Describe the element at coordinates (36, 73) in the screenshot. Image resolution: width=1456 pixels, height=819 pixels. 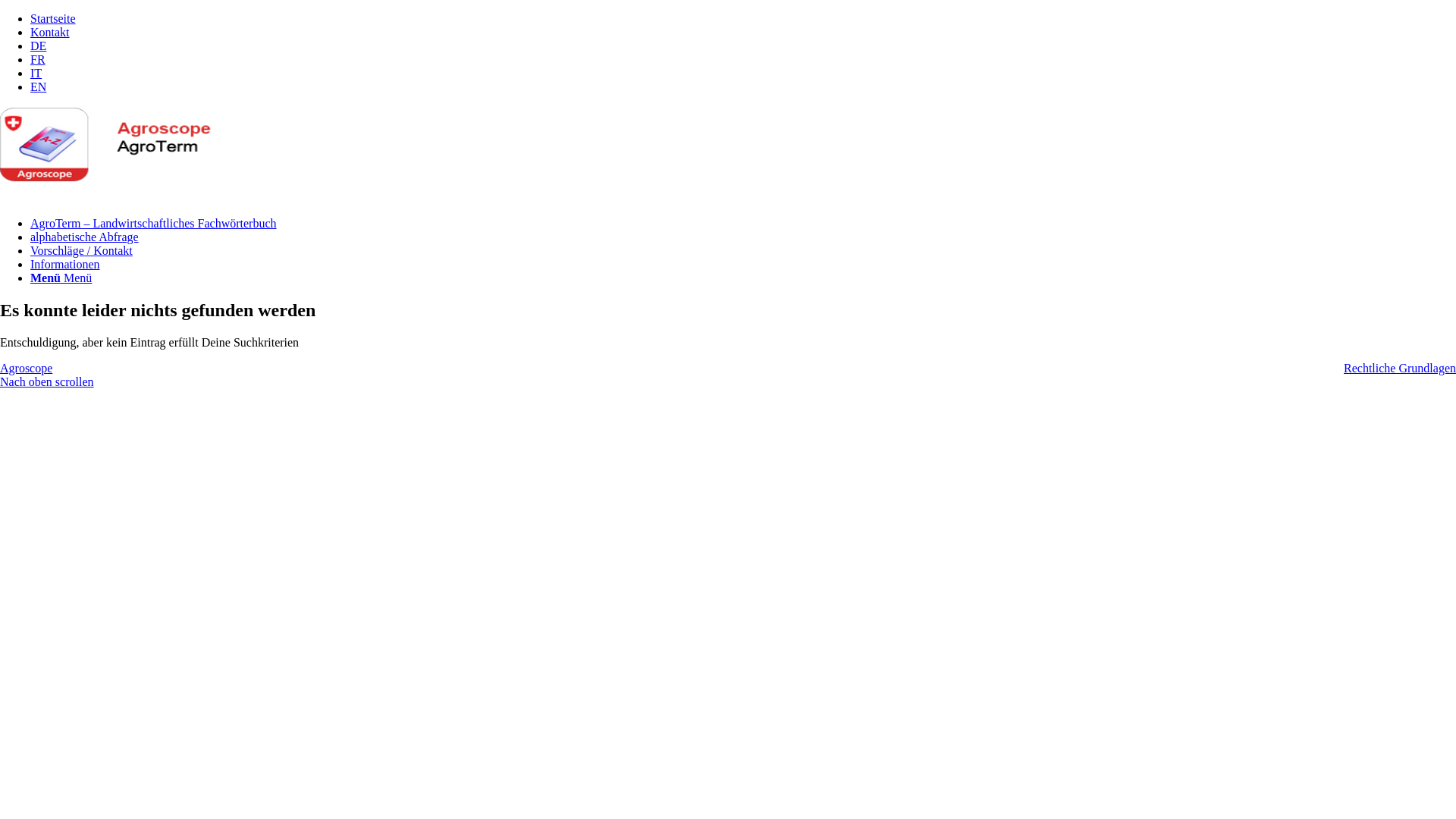
I see `'IT'` at that location.